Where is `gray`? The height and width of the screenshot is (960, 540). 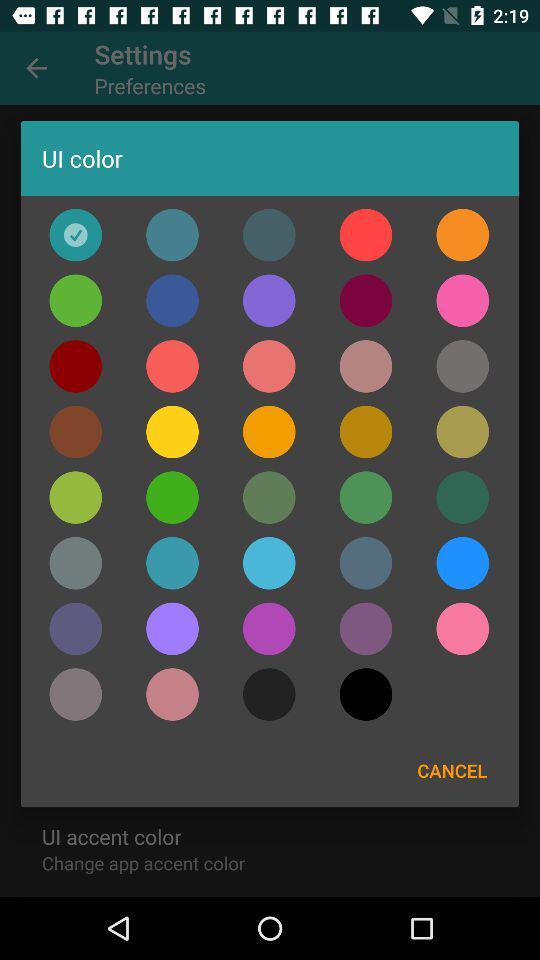 gray is located at coordinates (365, 563).